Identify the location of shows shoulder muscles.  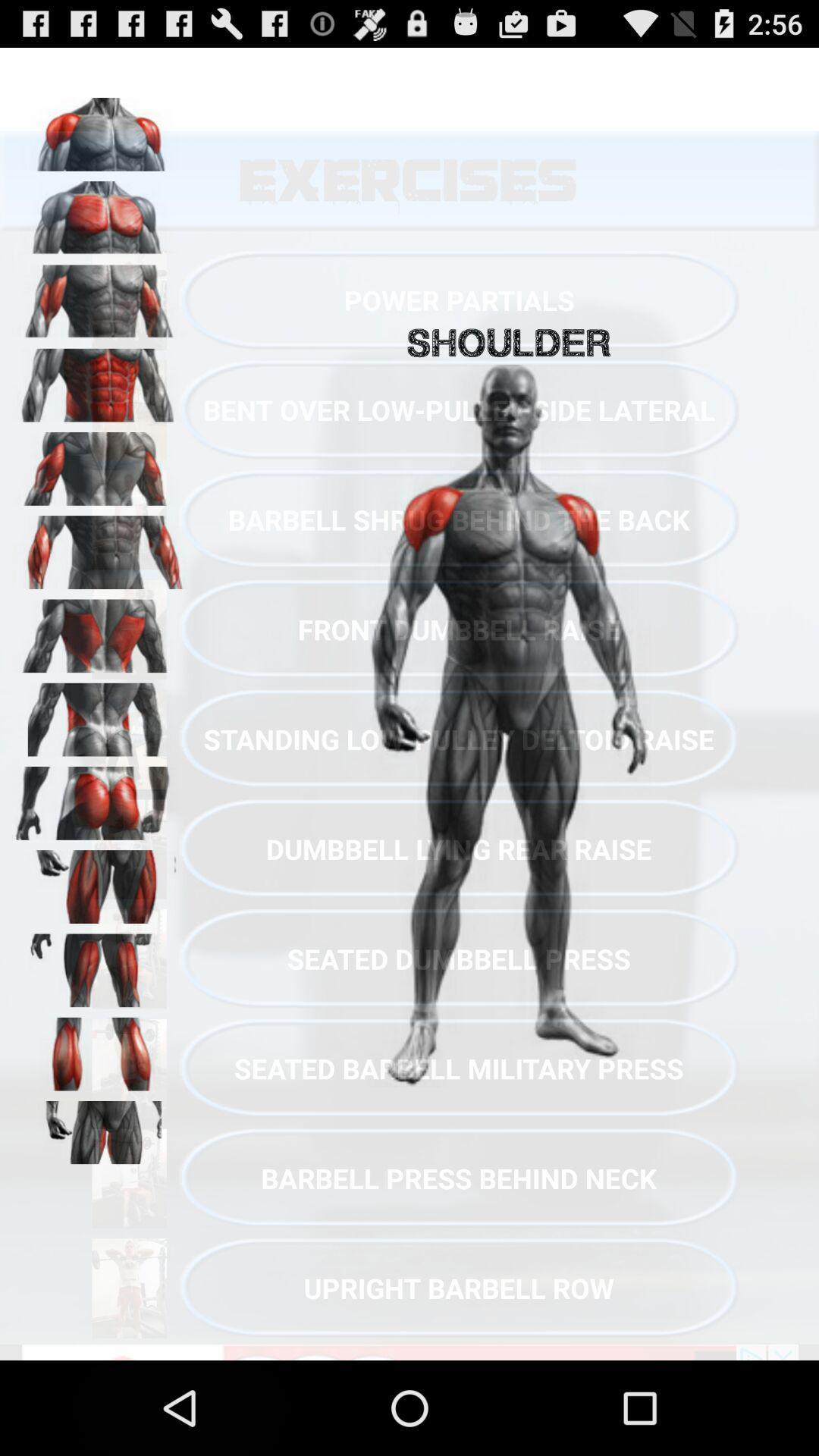
(99, 212).